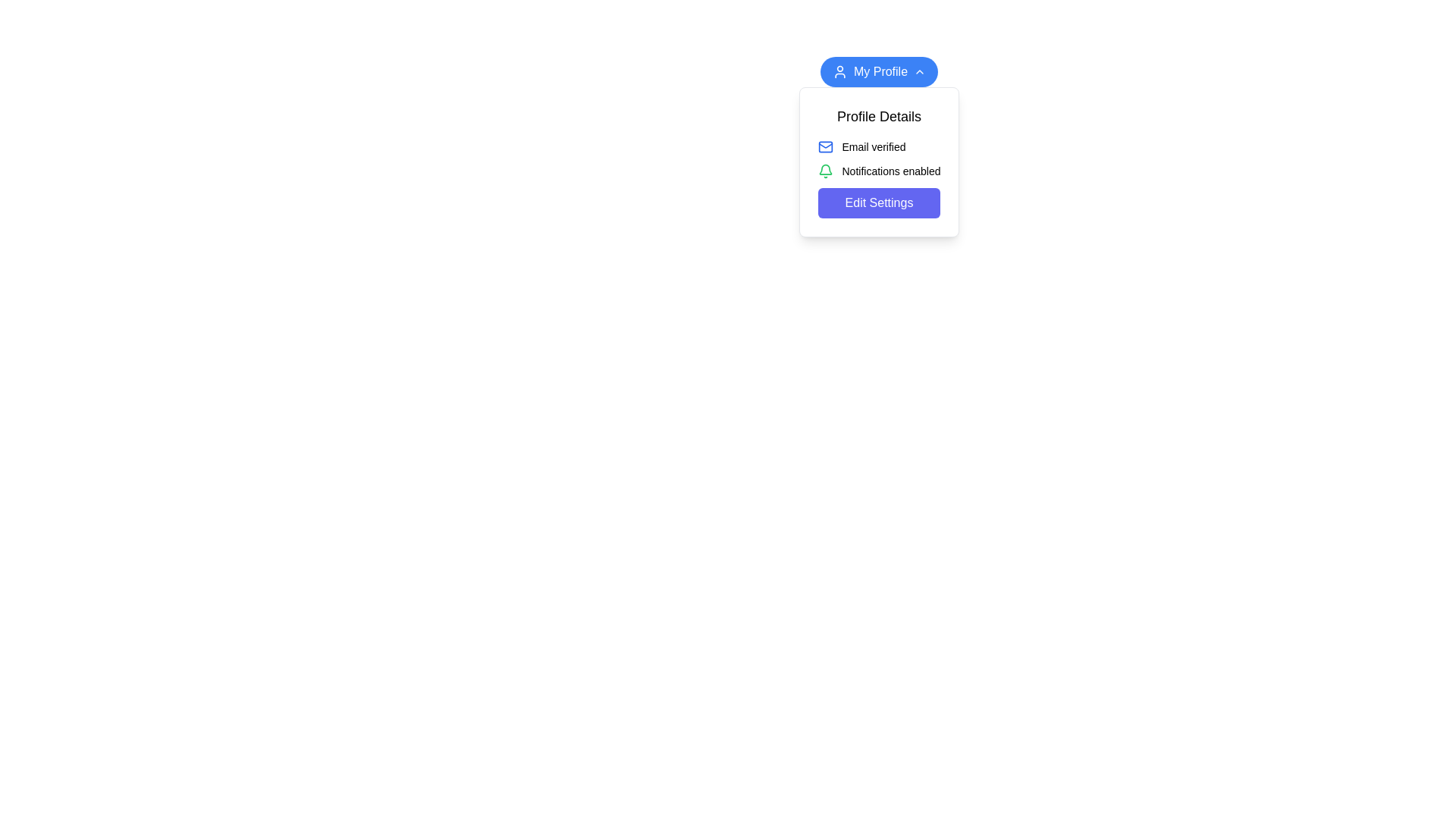 Image resolution: width=1456 pixels, height=819 pixels. What do you see at coordinates (879, 72) in the screenshot?
I see `the blue rounded rectangle button labeled 'My Profile' with an upward arrow icon` at bounding box center [879, 72].